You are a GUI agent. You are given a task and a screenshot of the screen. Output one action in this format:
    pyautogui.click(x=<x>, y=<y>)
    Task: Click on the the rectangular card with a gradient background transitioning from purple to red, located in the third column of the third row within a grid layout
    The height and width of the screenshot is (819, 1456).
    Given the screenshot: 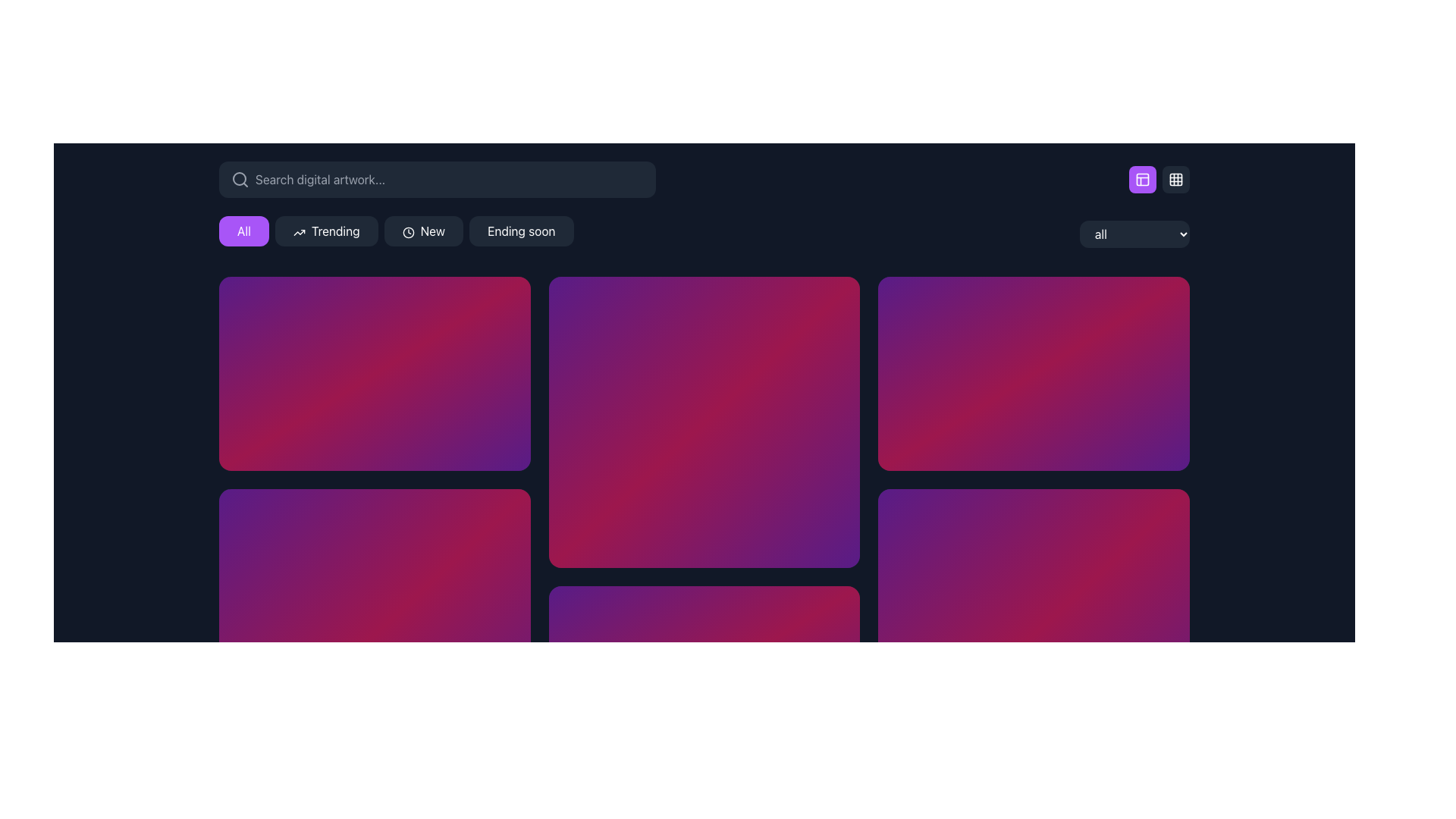 What is the action you would take?
    pyautogui.click(x=1033, y=635)
    